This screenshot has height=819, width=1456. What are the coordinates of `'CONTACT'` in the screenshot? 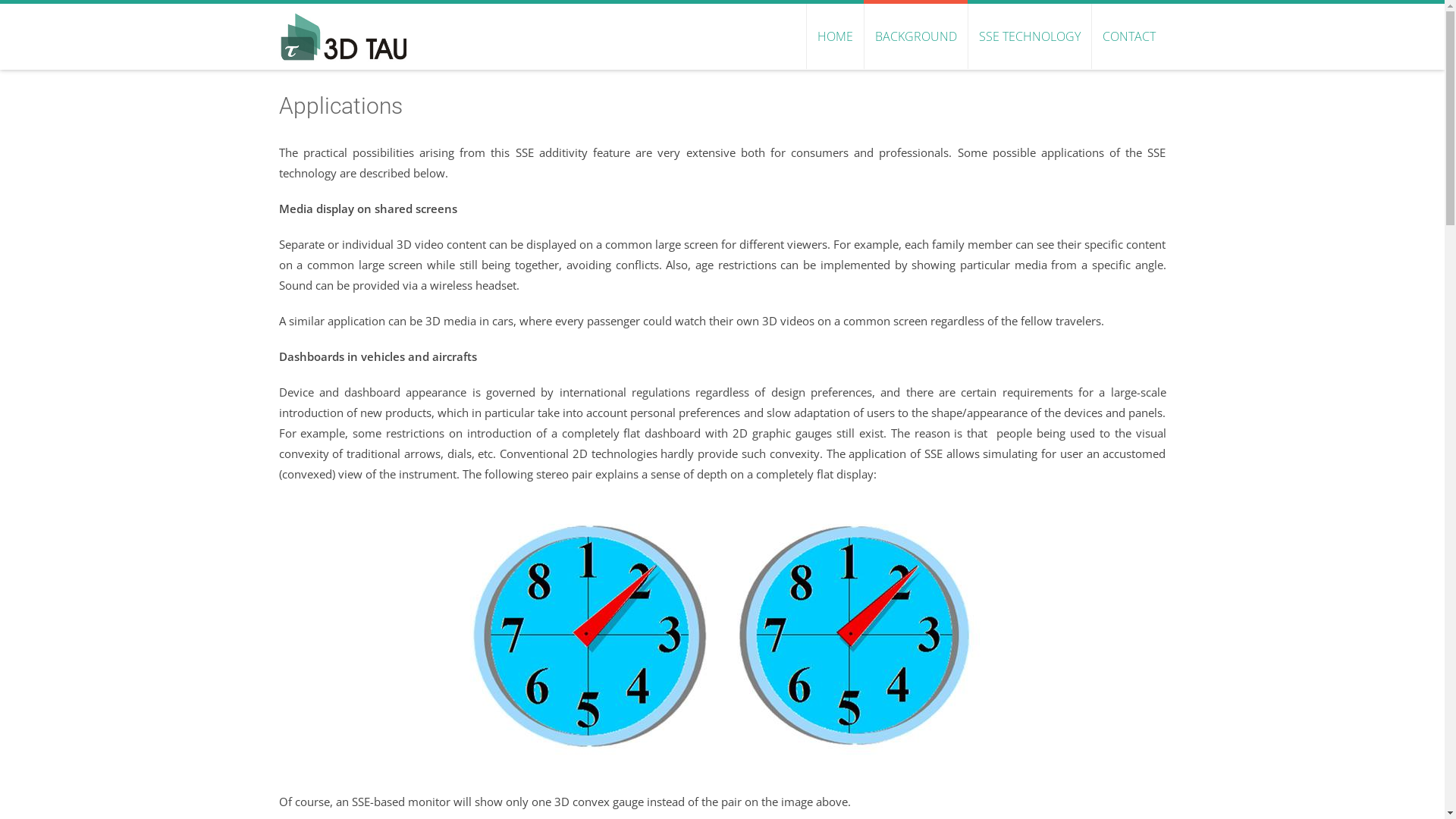 It's located at (1128, 35).